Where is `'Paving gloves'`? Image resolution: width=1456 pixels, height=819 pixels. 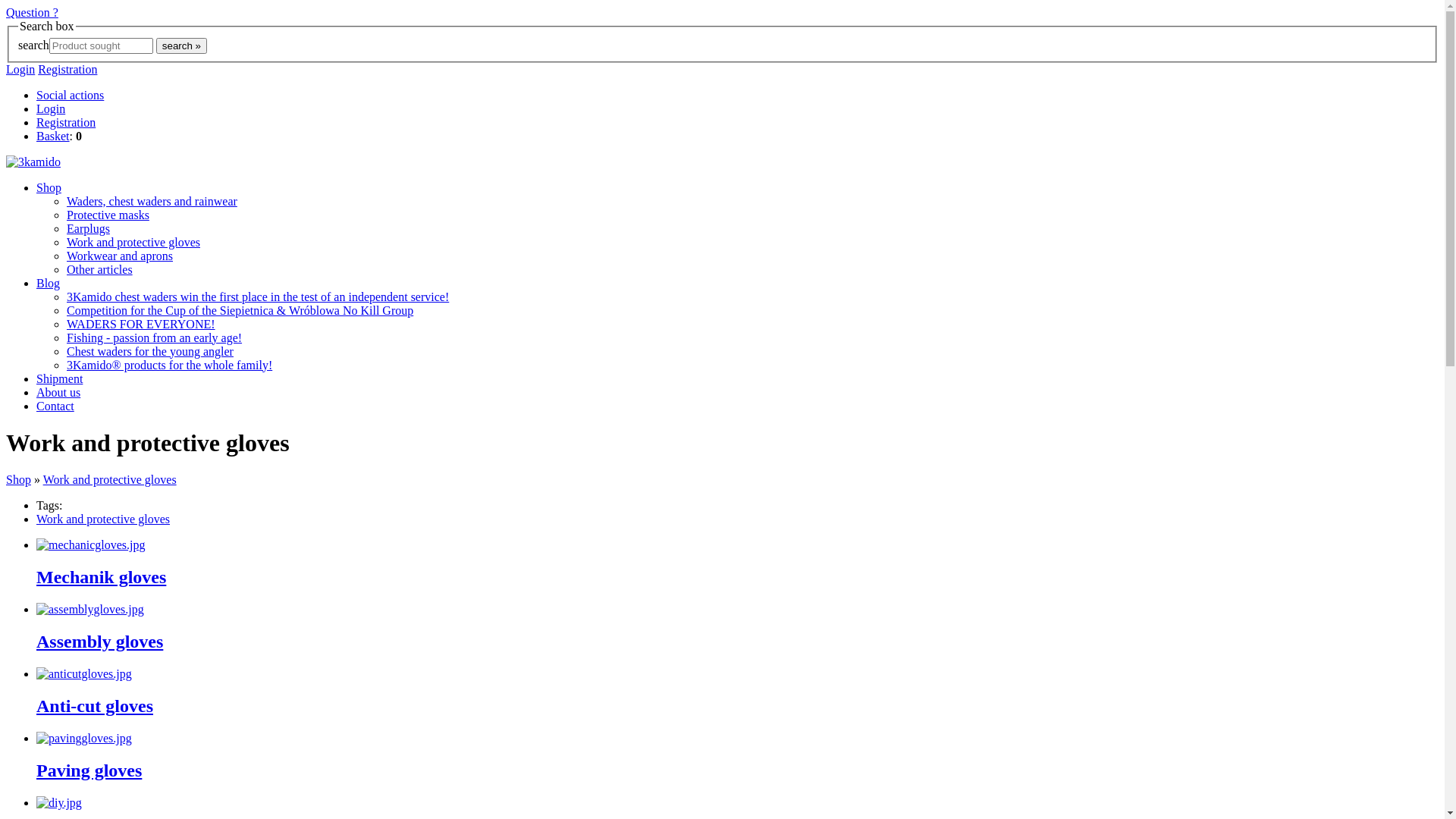
'Paving gloves' is located at coordinates (88, 770).